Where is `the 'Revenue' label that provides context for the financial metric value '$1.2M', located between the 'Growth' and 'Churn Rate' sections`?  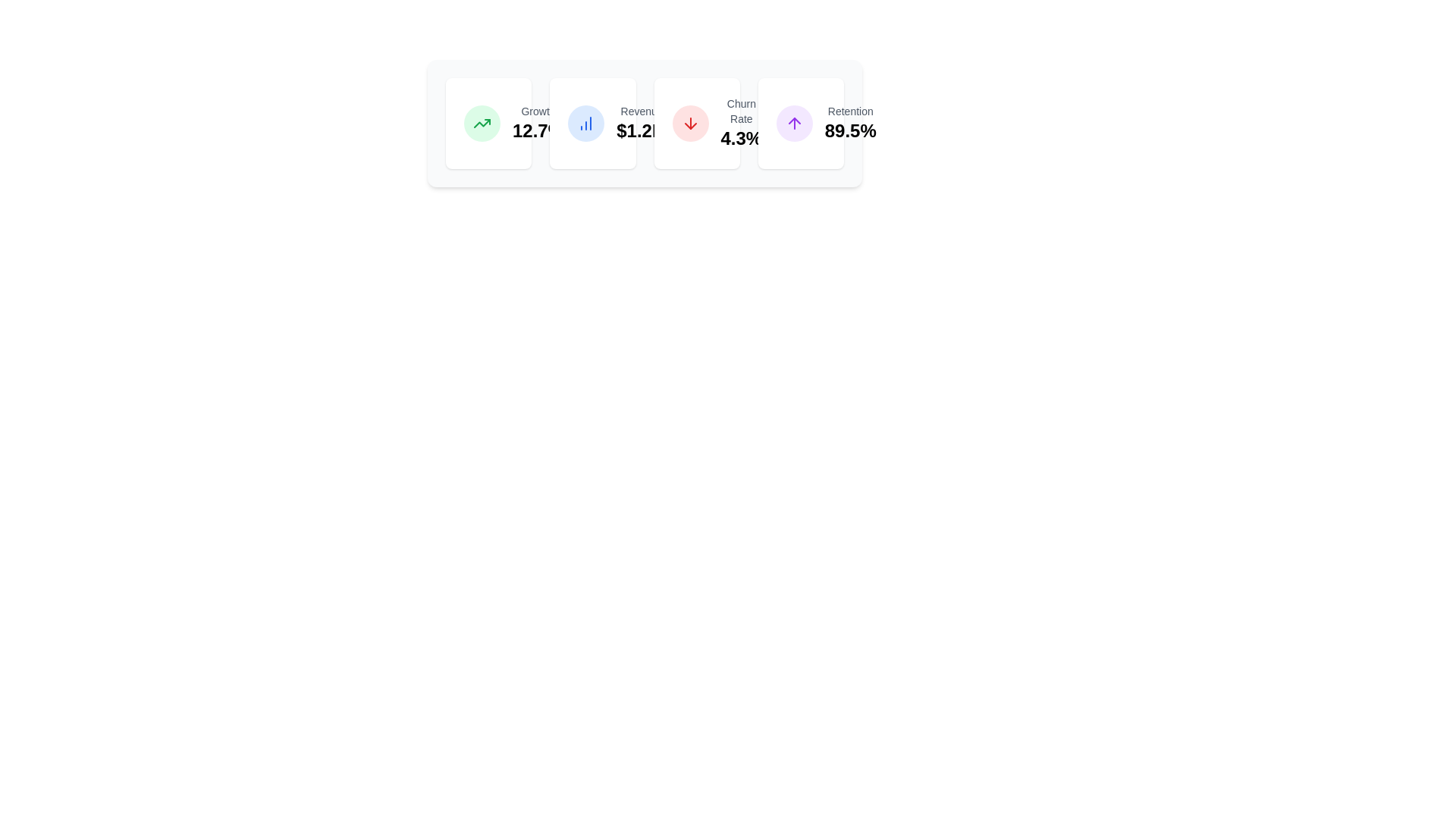
the 'Revenue' label that provides context for the financial metric value '$1.2M', located between the 'Growth' and 'Churn Rate' sections is located at coordinates (642, 110).